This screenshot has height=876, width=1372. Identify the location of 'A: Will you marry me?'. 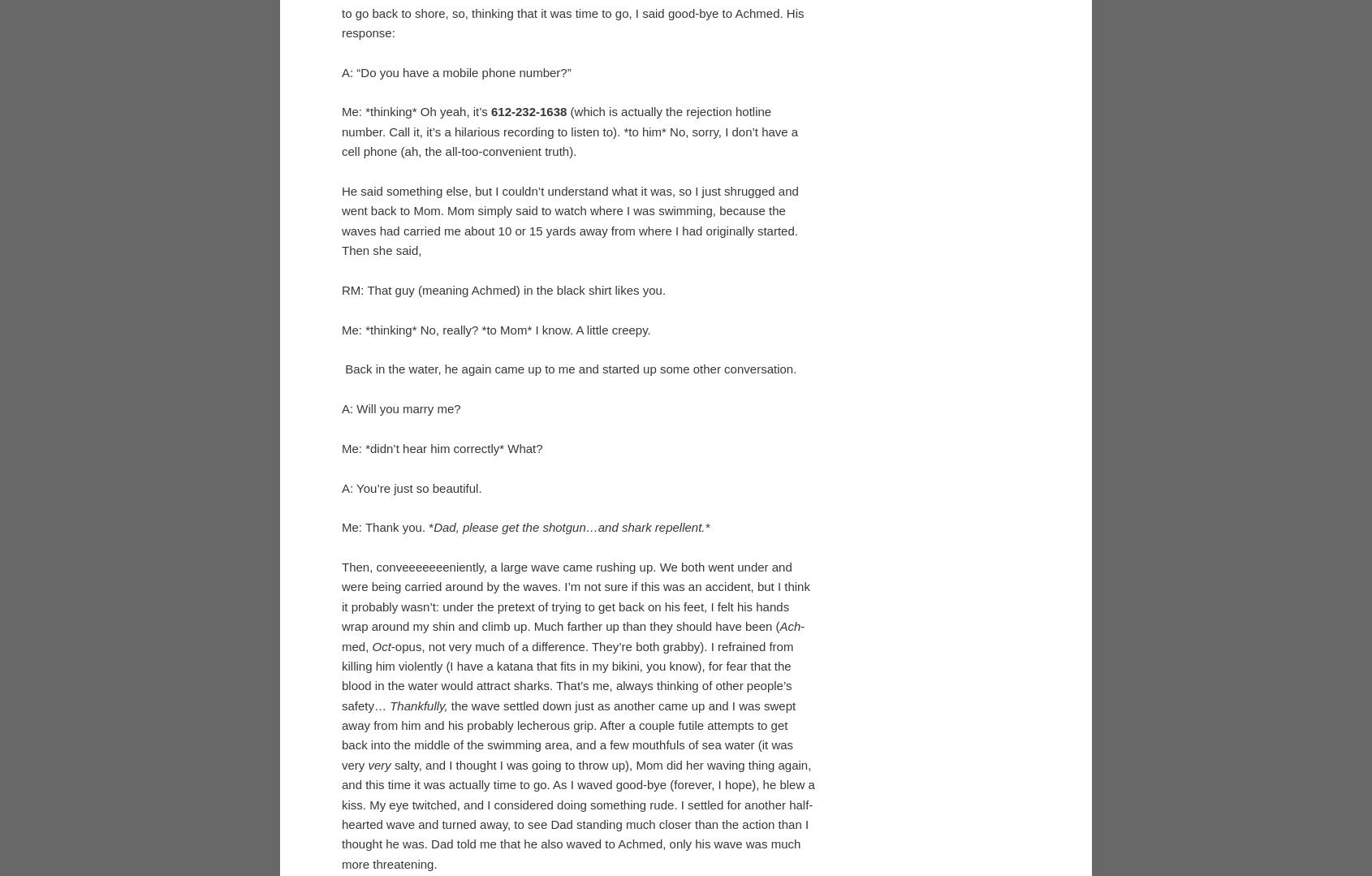
(400, 674).